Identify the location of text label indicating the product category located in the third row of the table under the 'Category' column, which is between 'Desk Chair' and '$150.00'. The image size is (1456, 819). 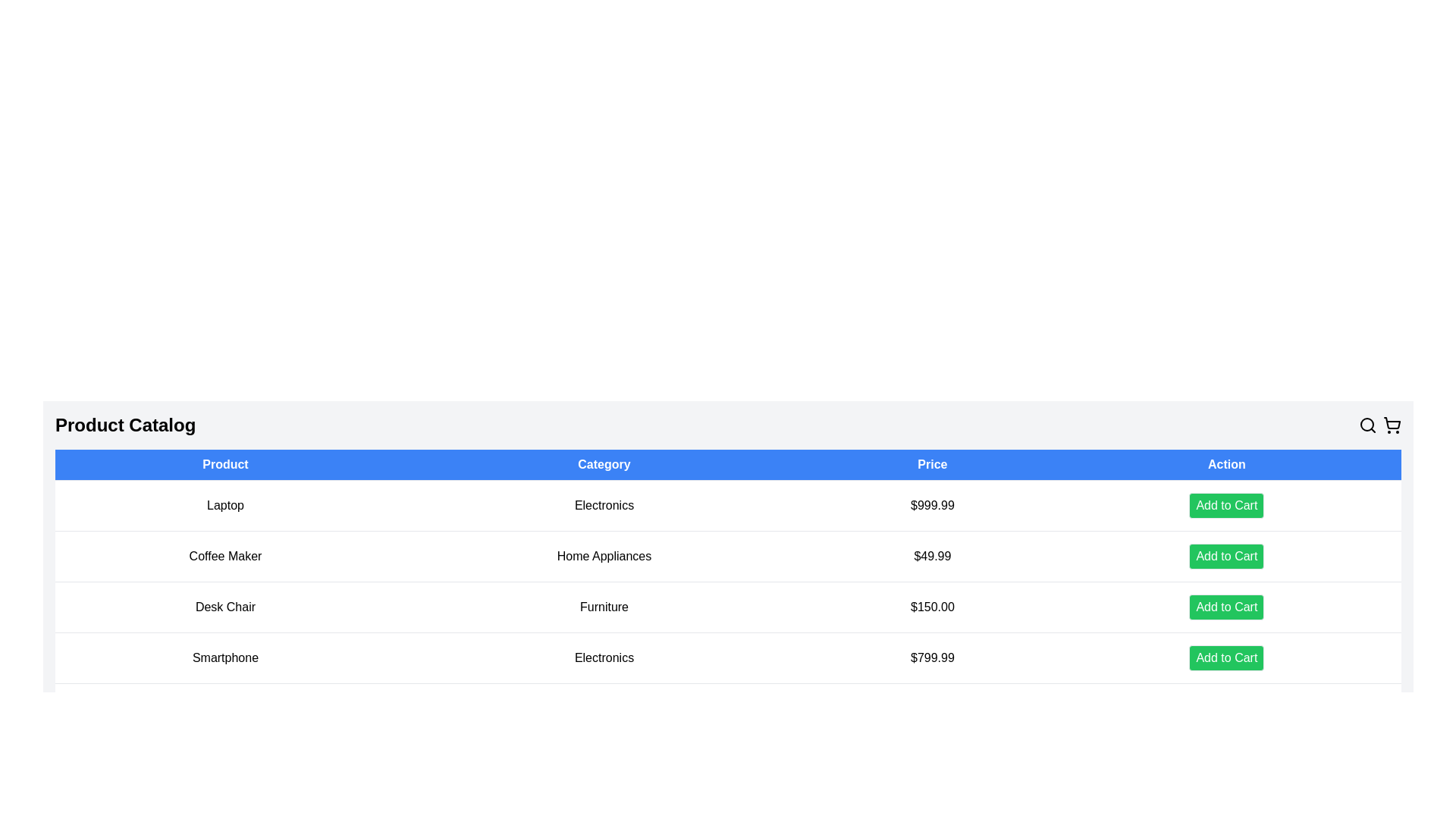
(603, 607).